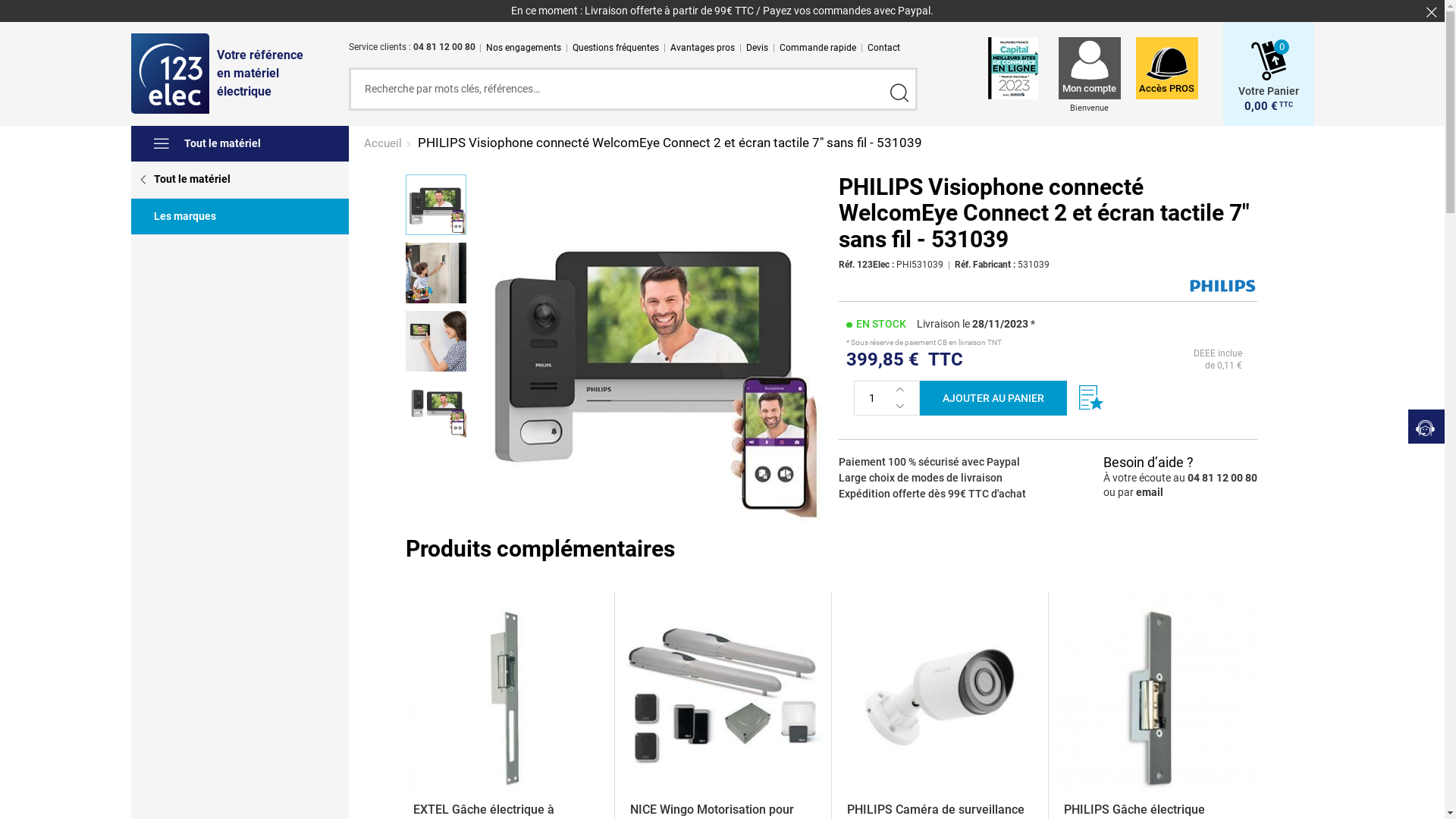 The width and height of the screenshot is (1456, 819). I want to click on 'Valider', so click(899, 93).